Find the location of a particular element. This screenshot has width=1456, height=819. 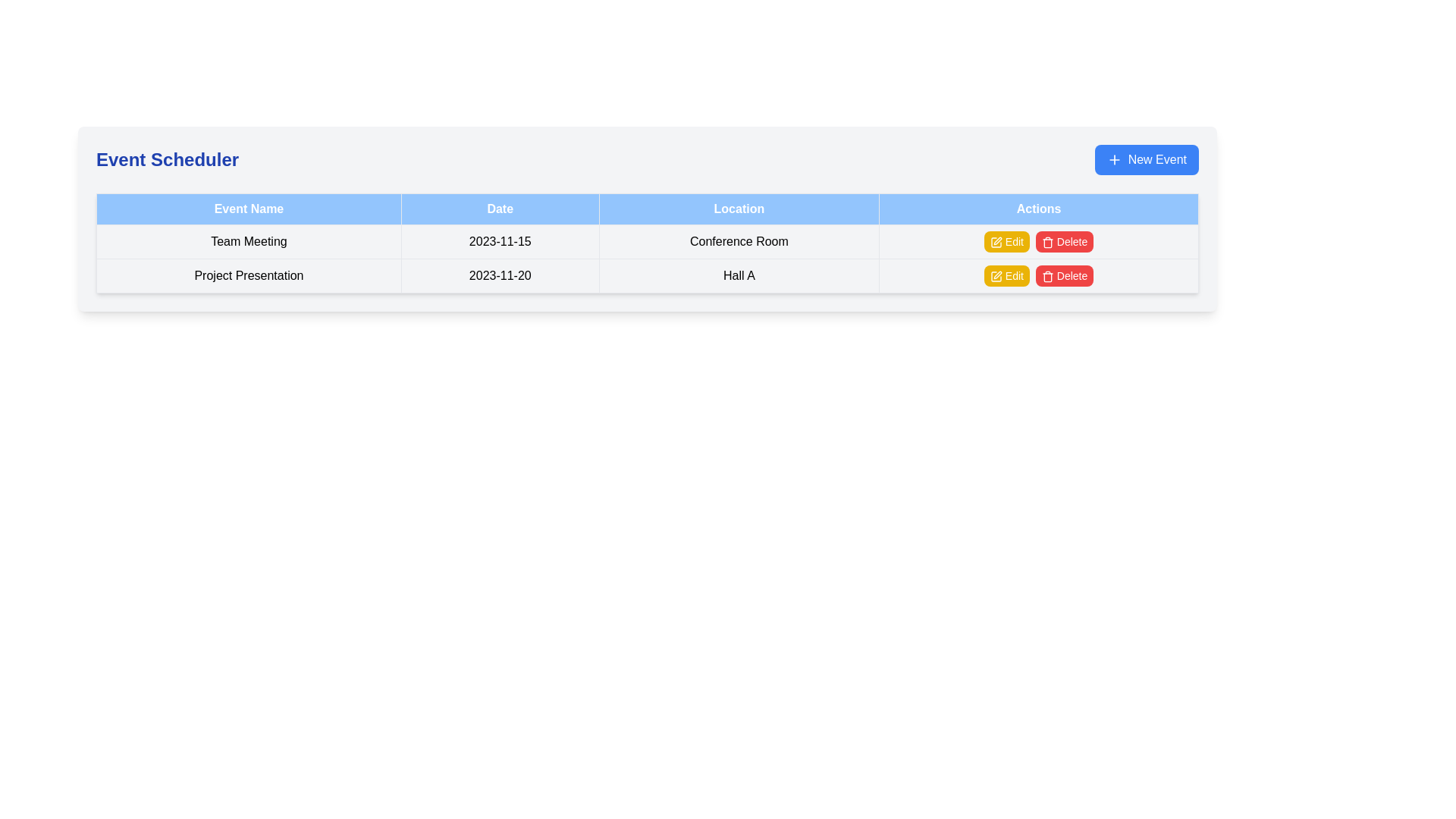

text of the table cell containing 'Hall A' in the 'Location' column of the 'Project Presentation' row is located at coordinates (739, 275).